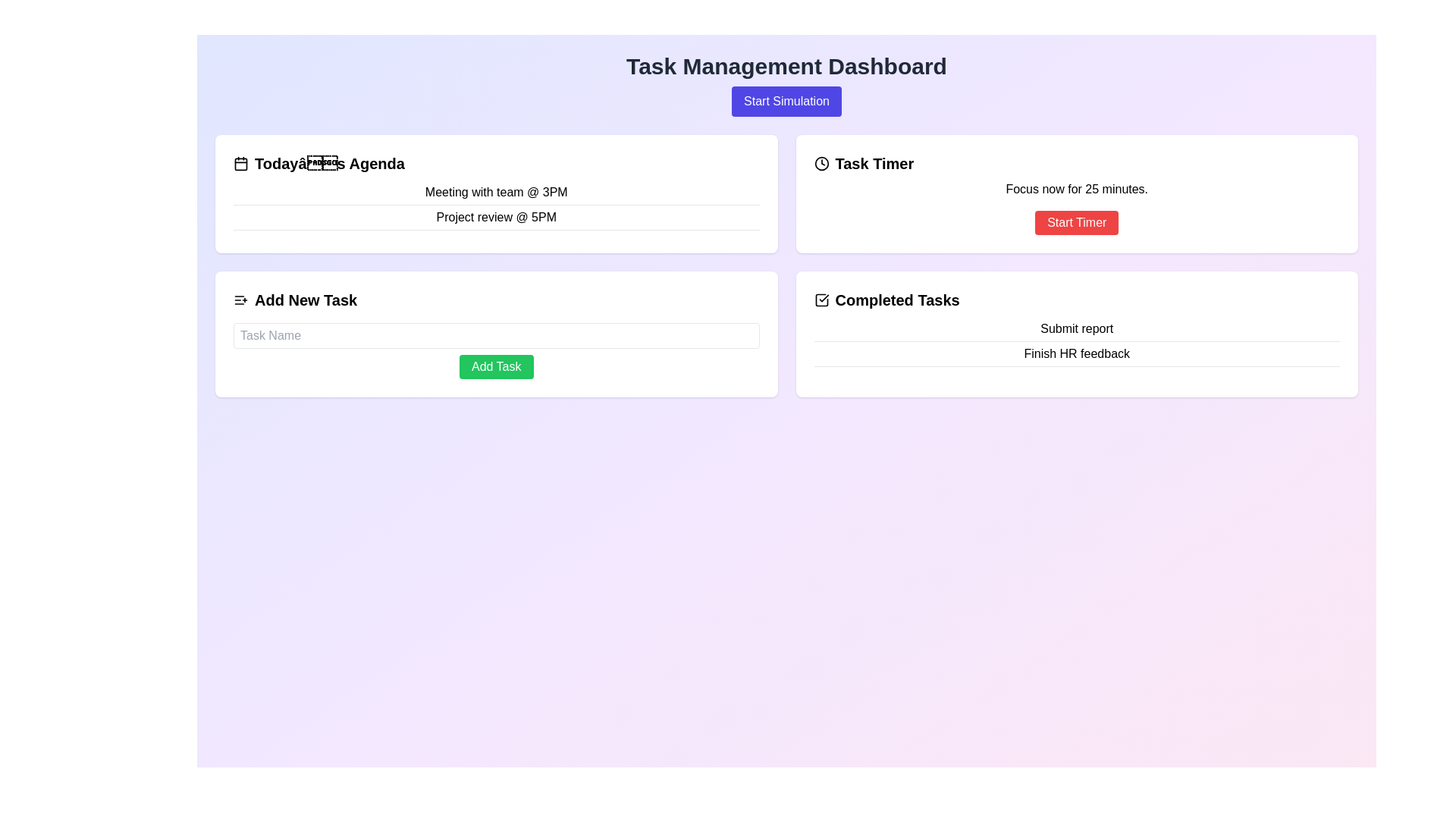 The width and height of the screenshot is (1456, 819). Describe the element at coordinates (1076, 222) in the screenshot. I see `the bright red 'Start Timer' button with white text` at that location.